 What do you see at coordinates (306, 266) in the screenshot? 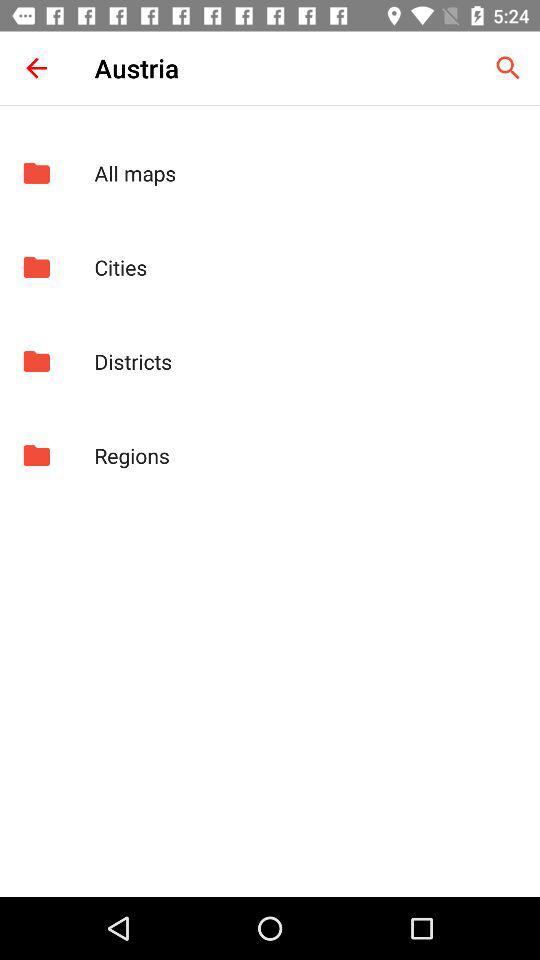
I see `icon below the all maps icon` at bounding box center [306, 266].